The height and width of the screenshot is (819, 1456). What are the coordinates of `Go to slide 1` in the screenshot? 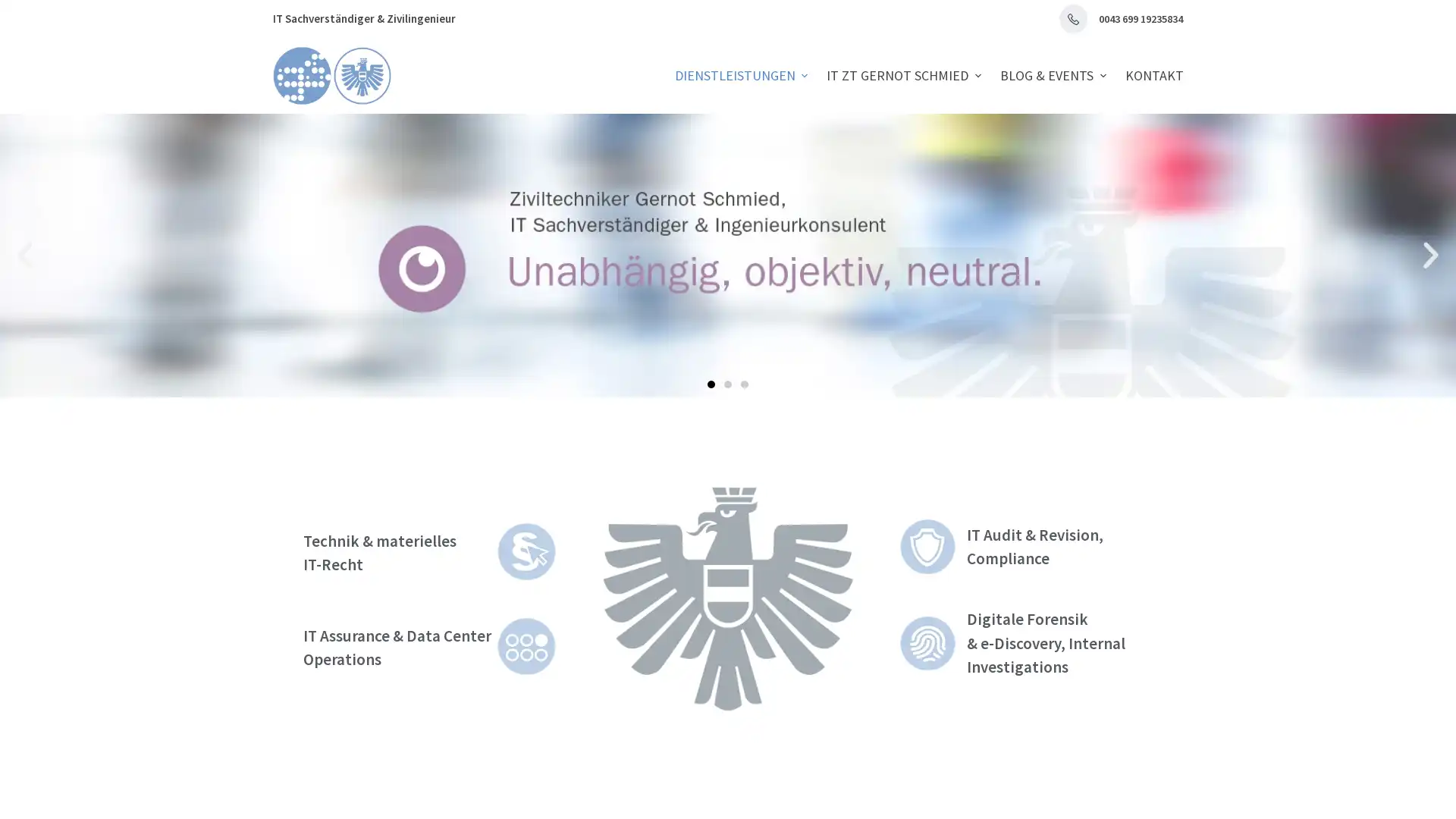 It's located at (710, 382).